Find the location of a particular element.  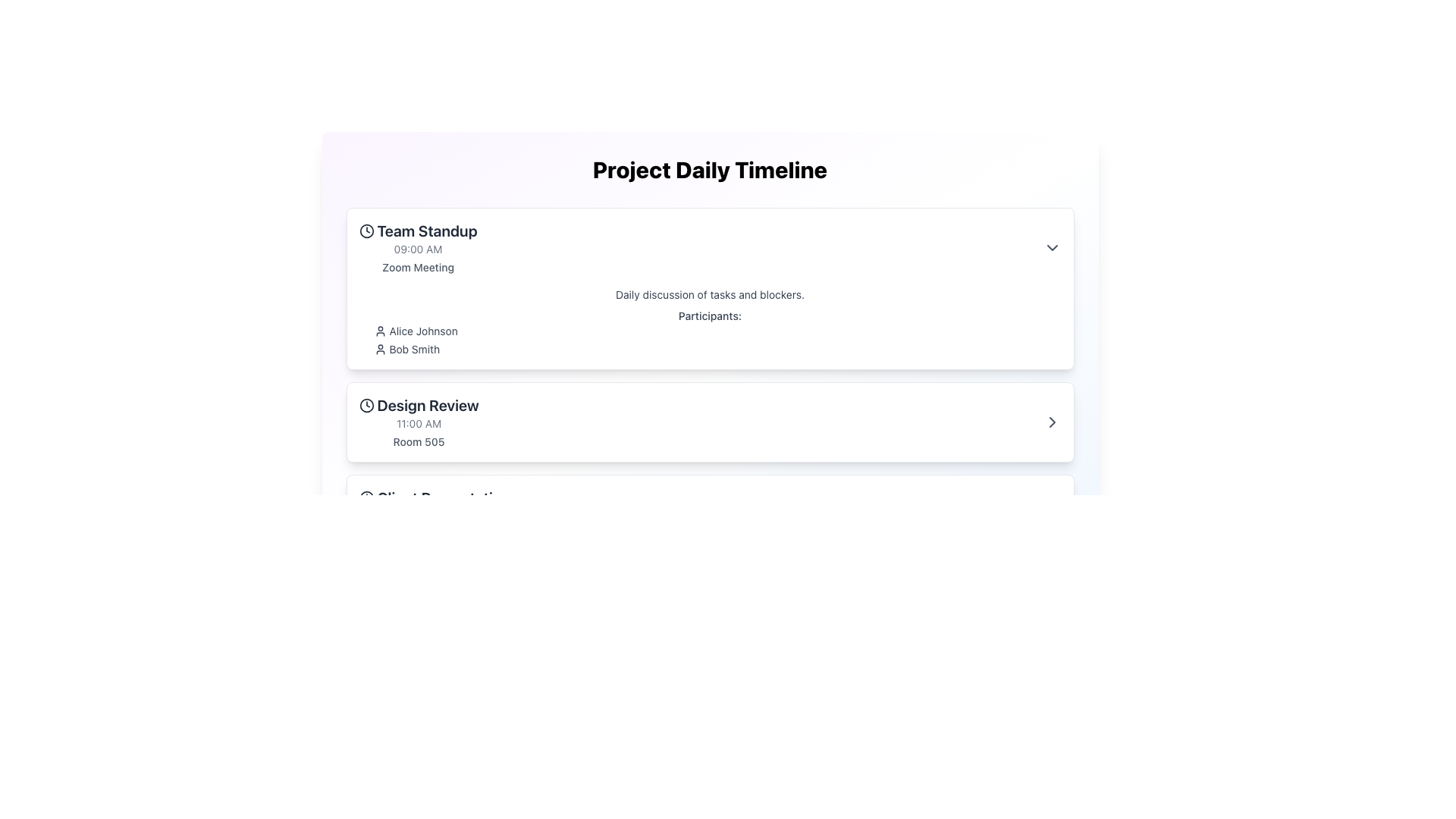

the chevron icon in the 'Design Review' section is located at coordinates (1051, 422).